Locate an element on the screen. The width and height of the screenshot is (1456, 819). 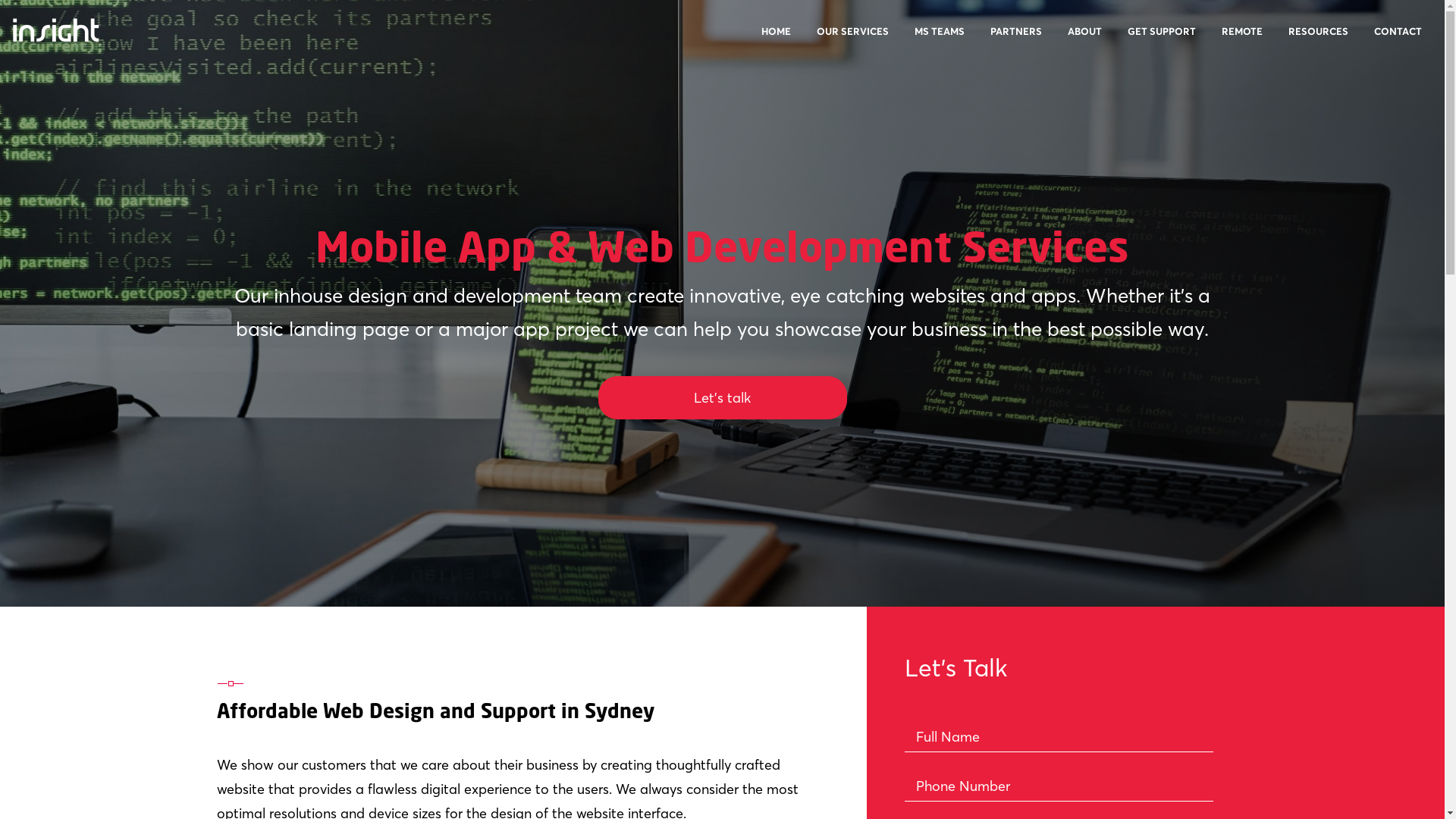
'HOME' is located at coordinates (776, 39).